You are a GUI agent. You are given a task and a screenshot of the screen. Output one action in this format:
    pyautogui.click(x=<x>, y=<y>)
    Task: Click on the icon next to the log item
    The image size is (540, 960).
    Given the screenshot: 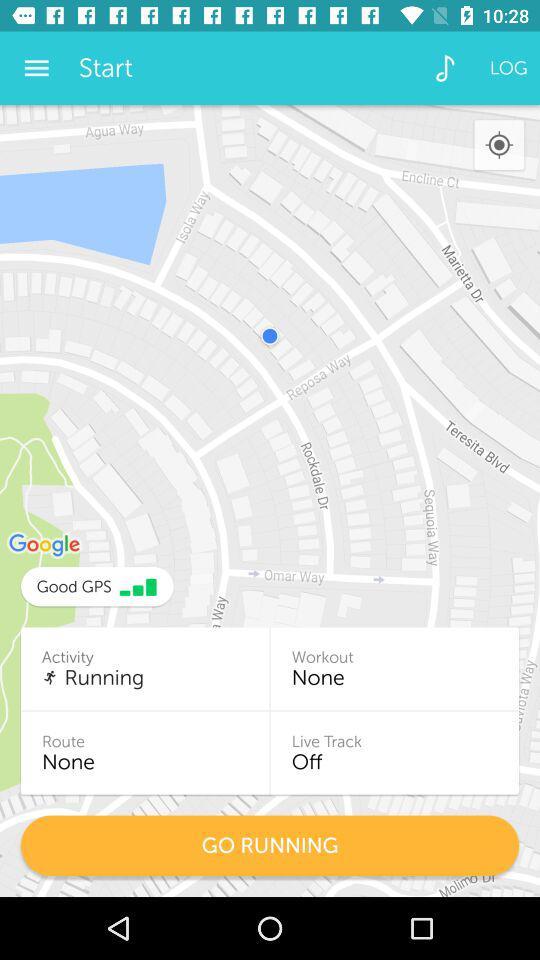 What is the action you would take?
    pyautogui.click(x=445, y=68)
    